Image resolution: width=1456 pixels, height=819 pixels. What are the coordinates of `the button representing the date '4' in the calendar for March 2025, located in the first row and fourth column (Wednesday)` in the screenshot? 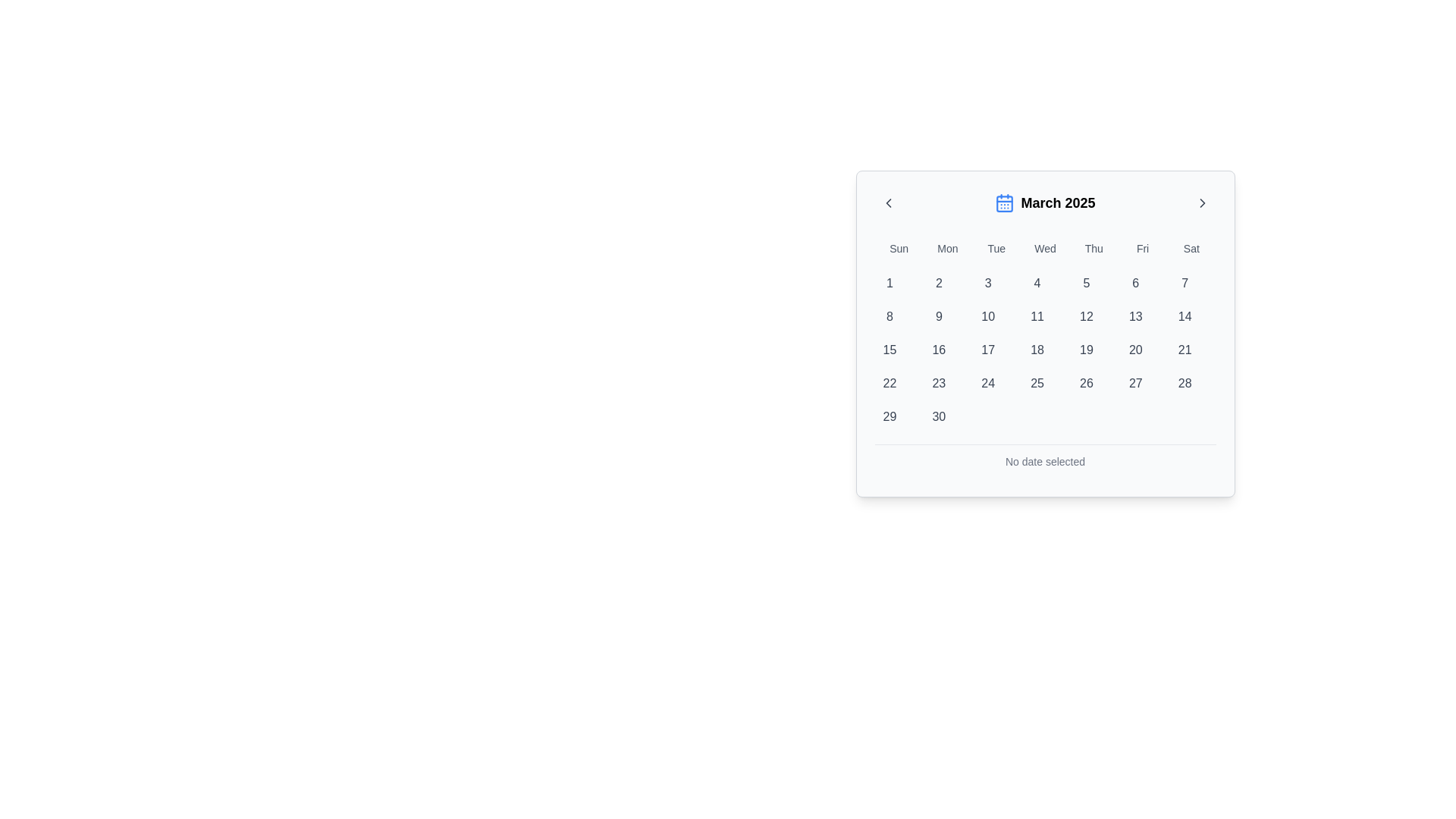 It's located at (1037, 284).